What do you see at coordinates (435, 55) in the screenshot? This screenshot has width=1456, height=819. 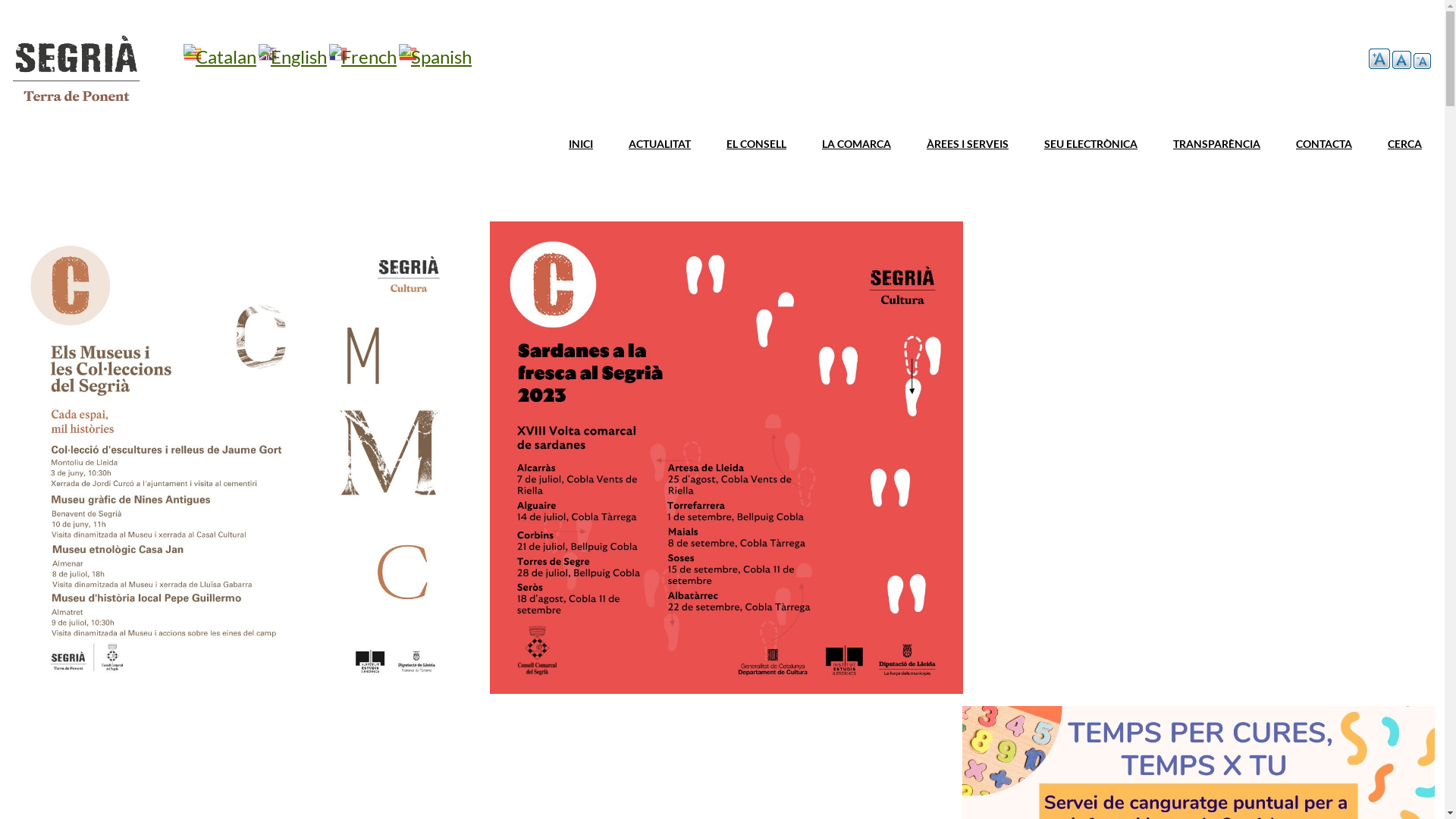 I see `'Spanish'` at bounding box center [435, 55].